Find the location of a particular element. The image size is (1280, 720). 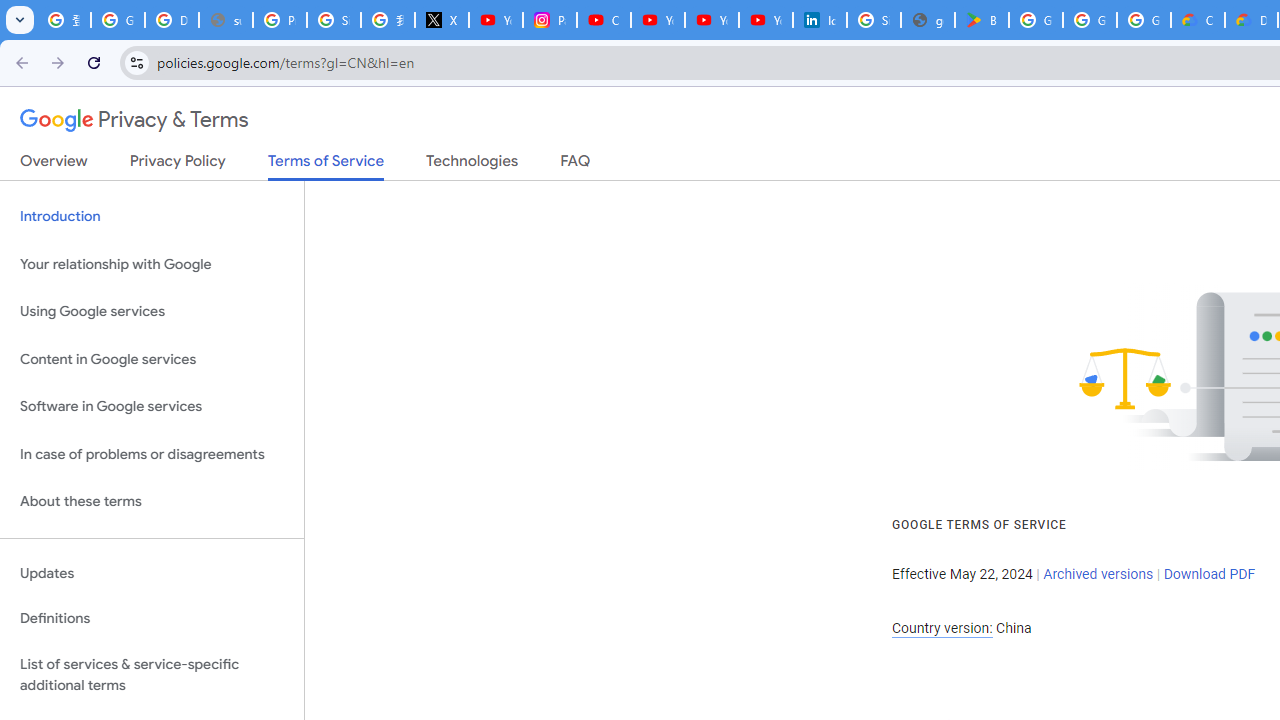

'Your relationship with Google' is located at coordinates (151, 263).